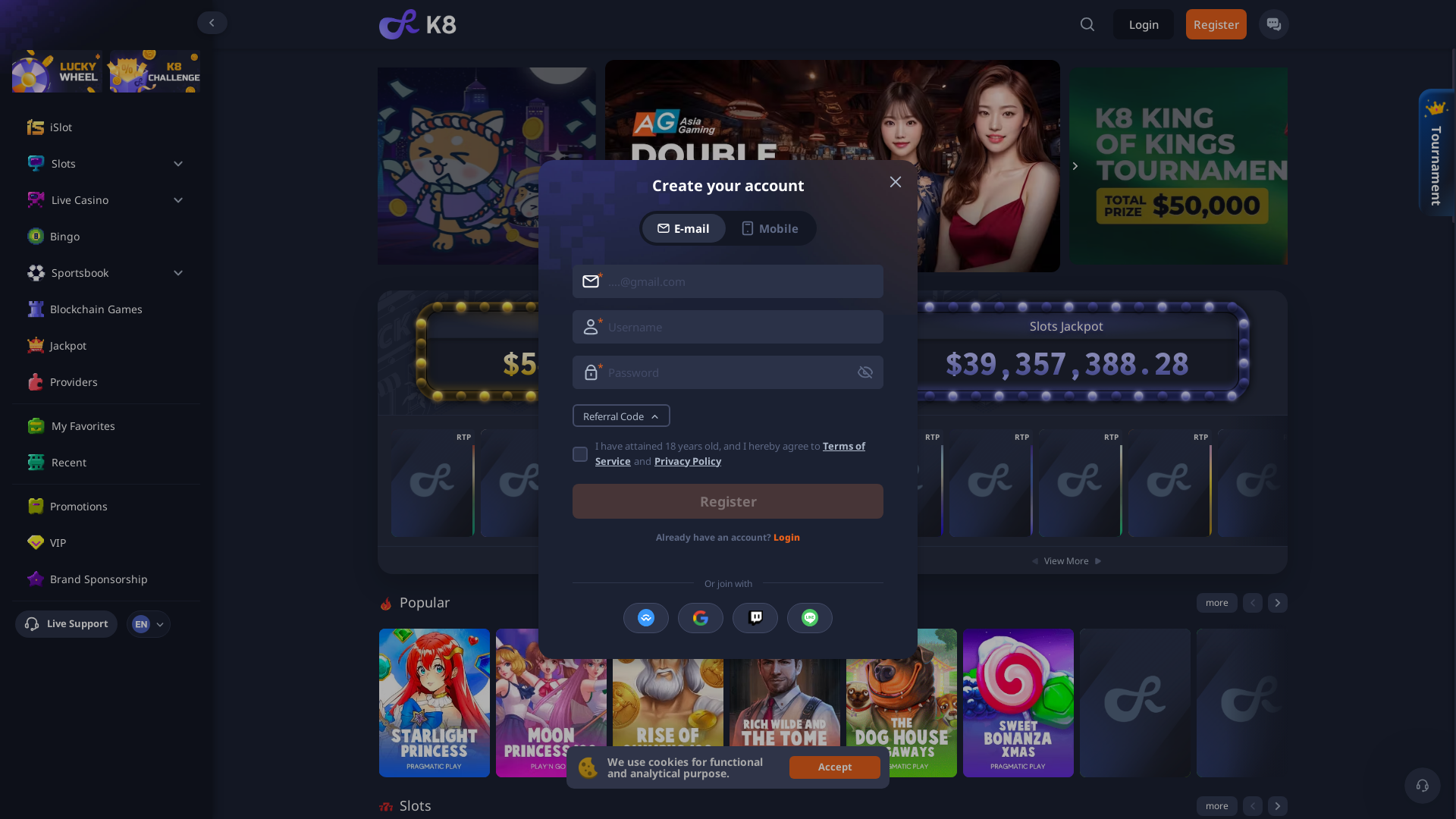  What do you see at coordinates (116, 127) in the screenshot?
I see `'iSlot'` at bounding box center [116, 127].